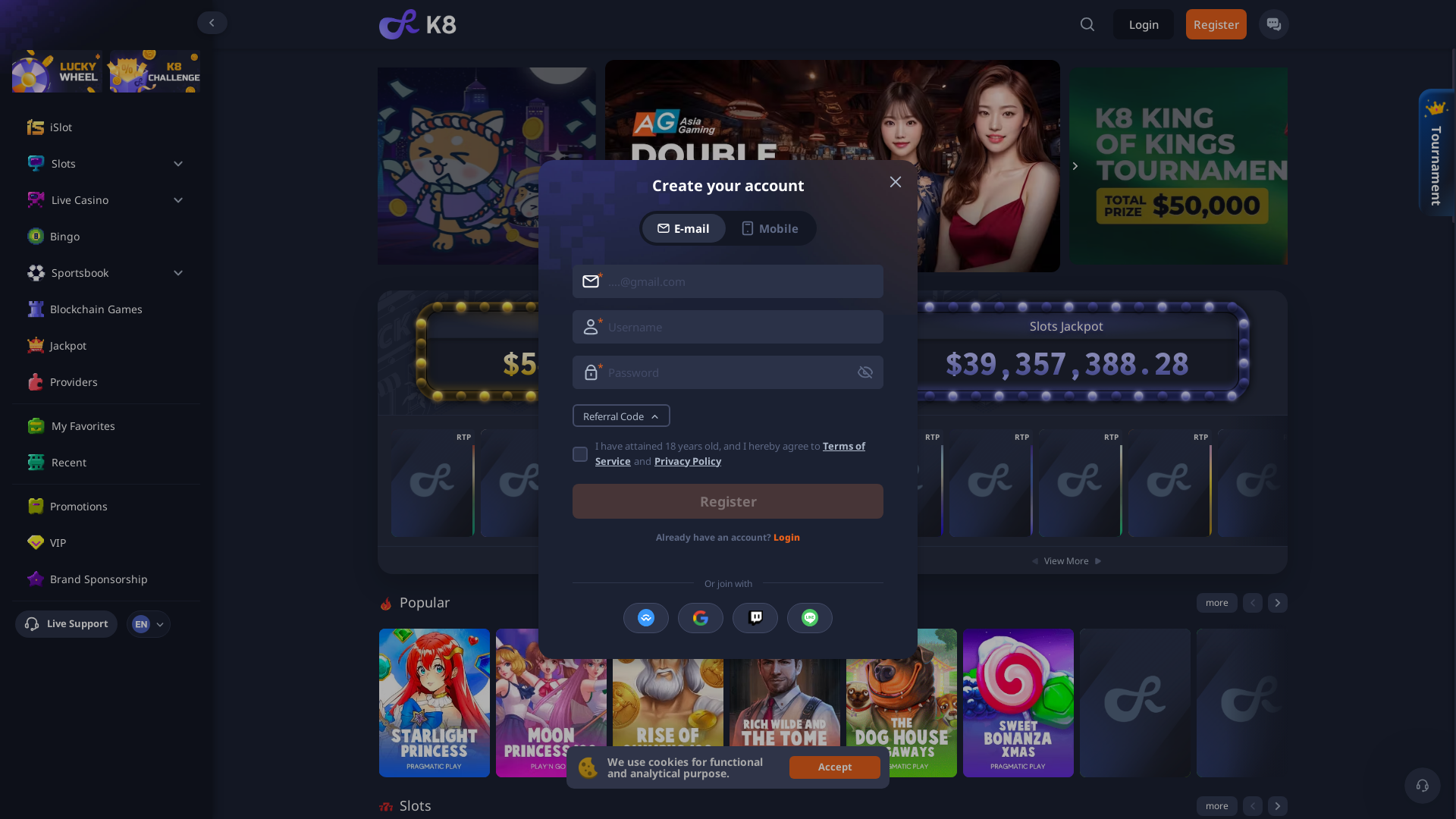  What do you see at coordinates (116, 127) in the screenshot?
I see `'iSlot'` at bounding box center [116, 127].